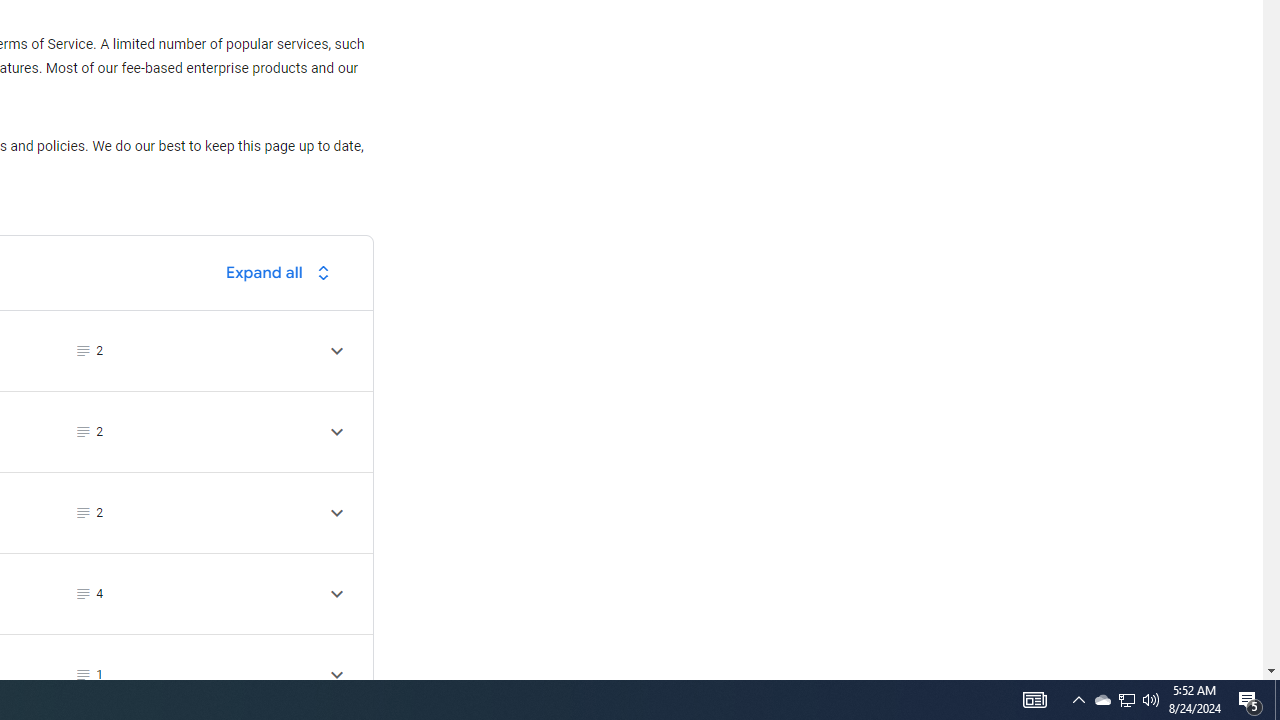  I want to click on 'Expand all', so click(282, 272).